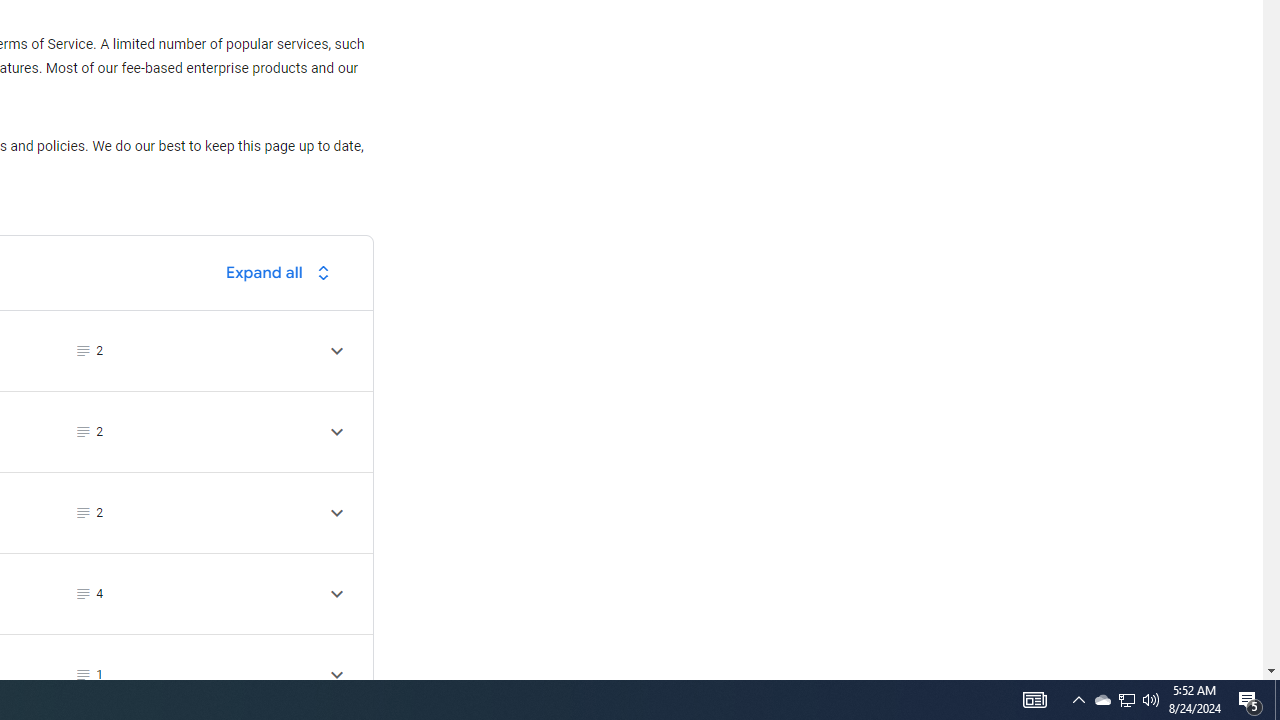  I want to click on 'Expand all', so click(282, 272).